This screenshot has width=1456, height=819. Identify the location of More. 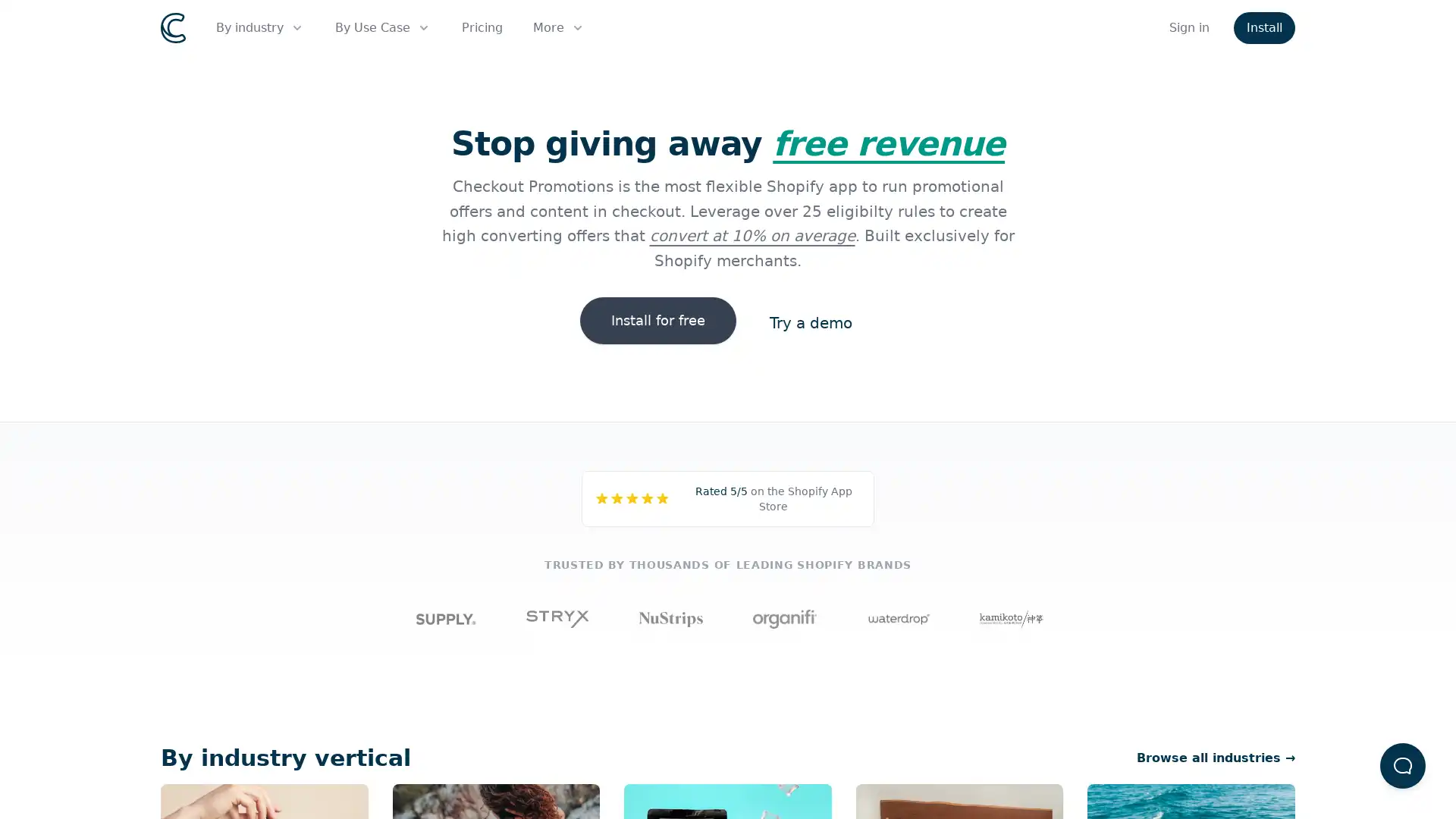
(558, 28).